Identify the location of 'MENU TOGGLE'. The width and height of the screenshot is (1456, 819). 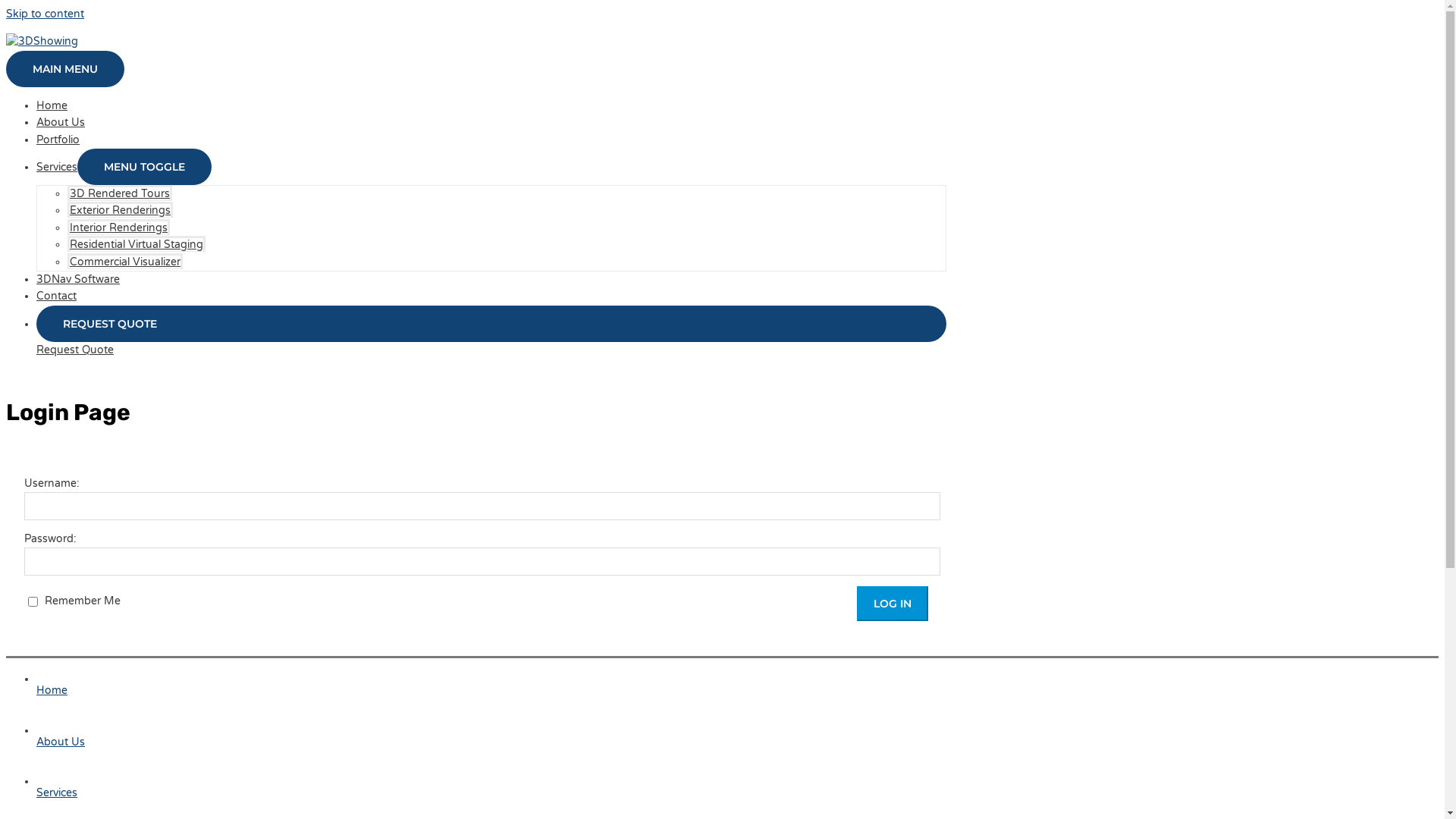
(144, 166).